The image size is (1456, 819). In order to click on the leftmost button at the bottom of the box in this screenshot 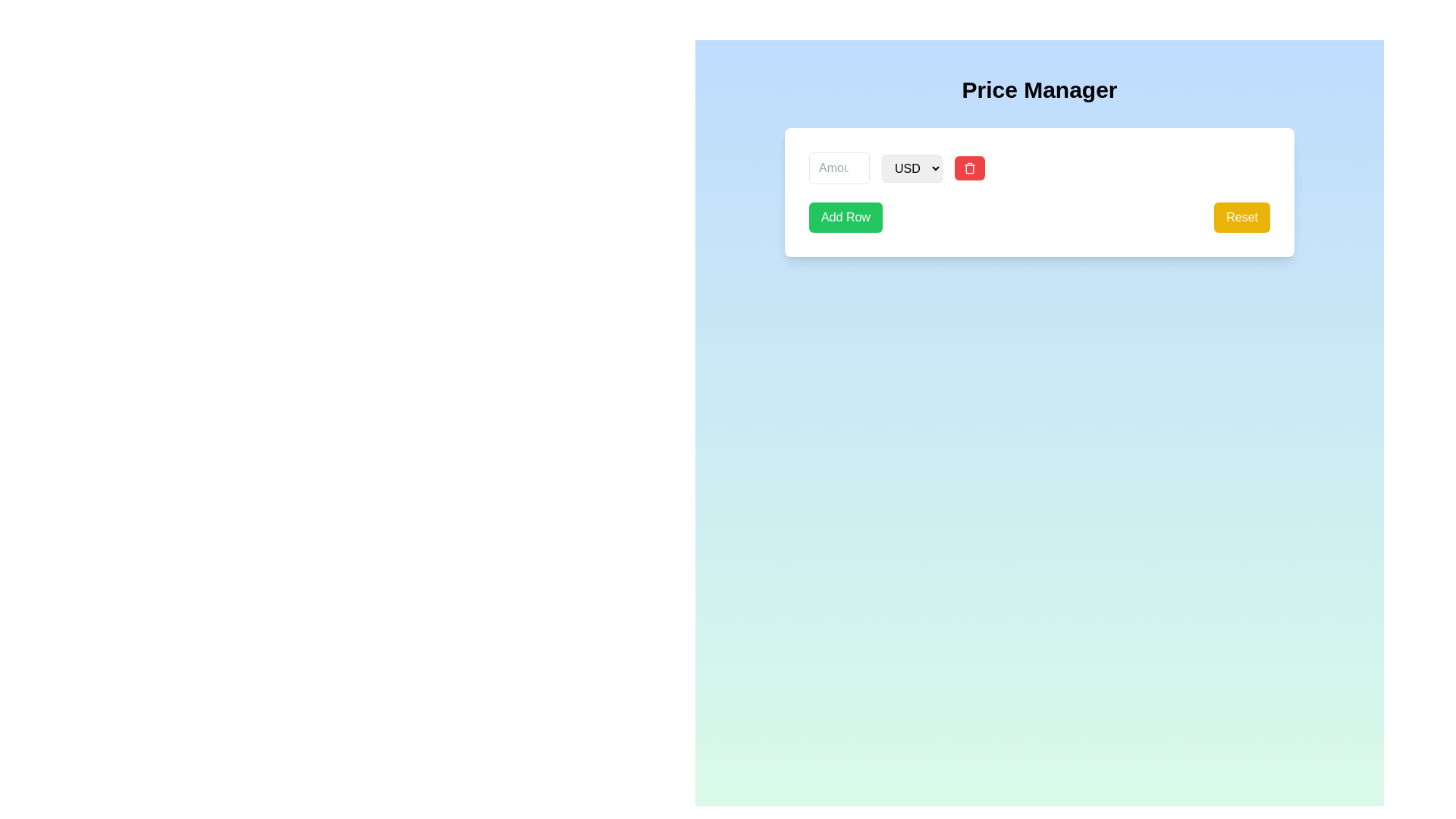, I will do `click(845, 217)`.